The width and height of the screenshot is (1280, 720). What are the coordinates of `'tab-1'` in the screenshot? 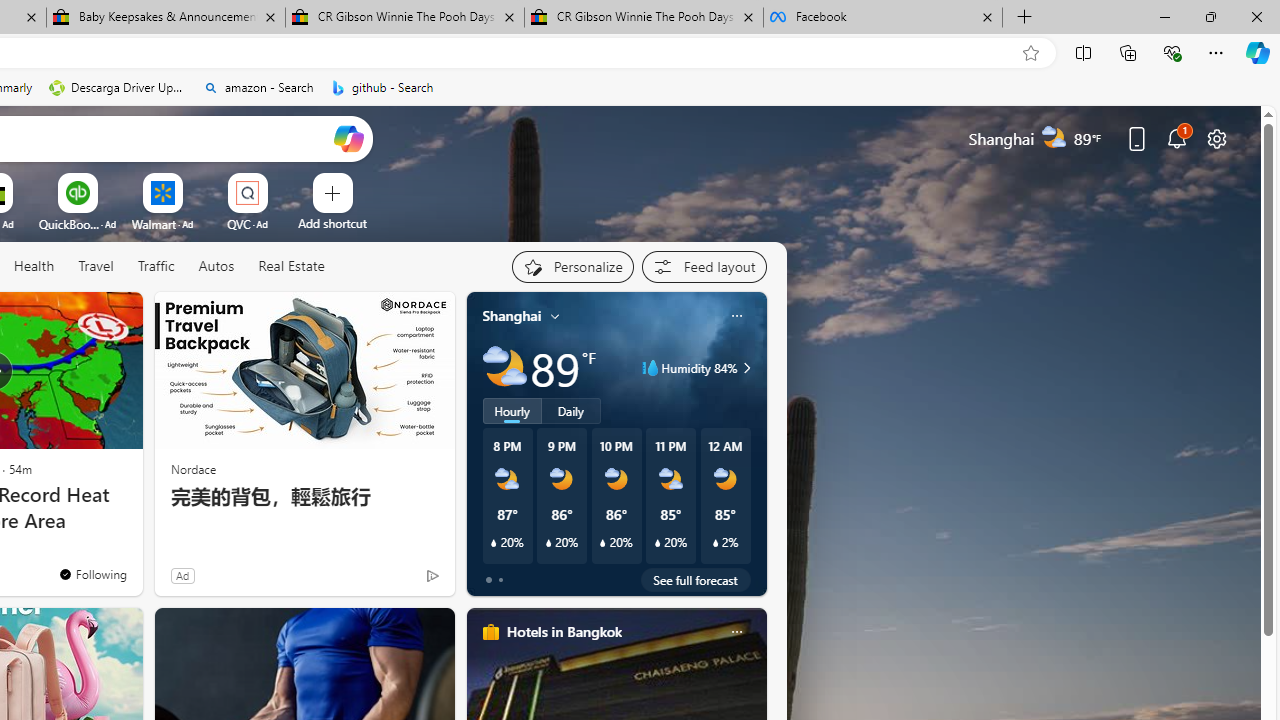 It's located at (500, 579).